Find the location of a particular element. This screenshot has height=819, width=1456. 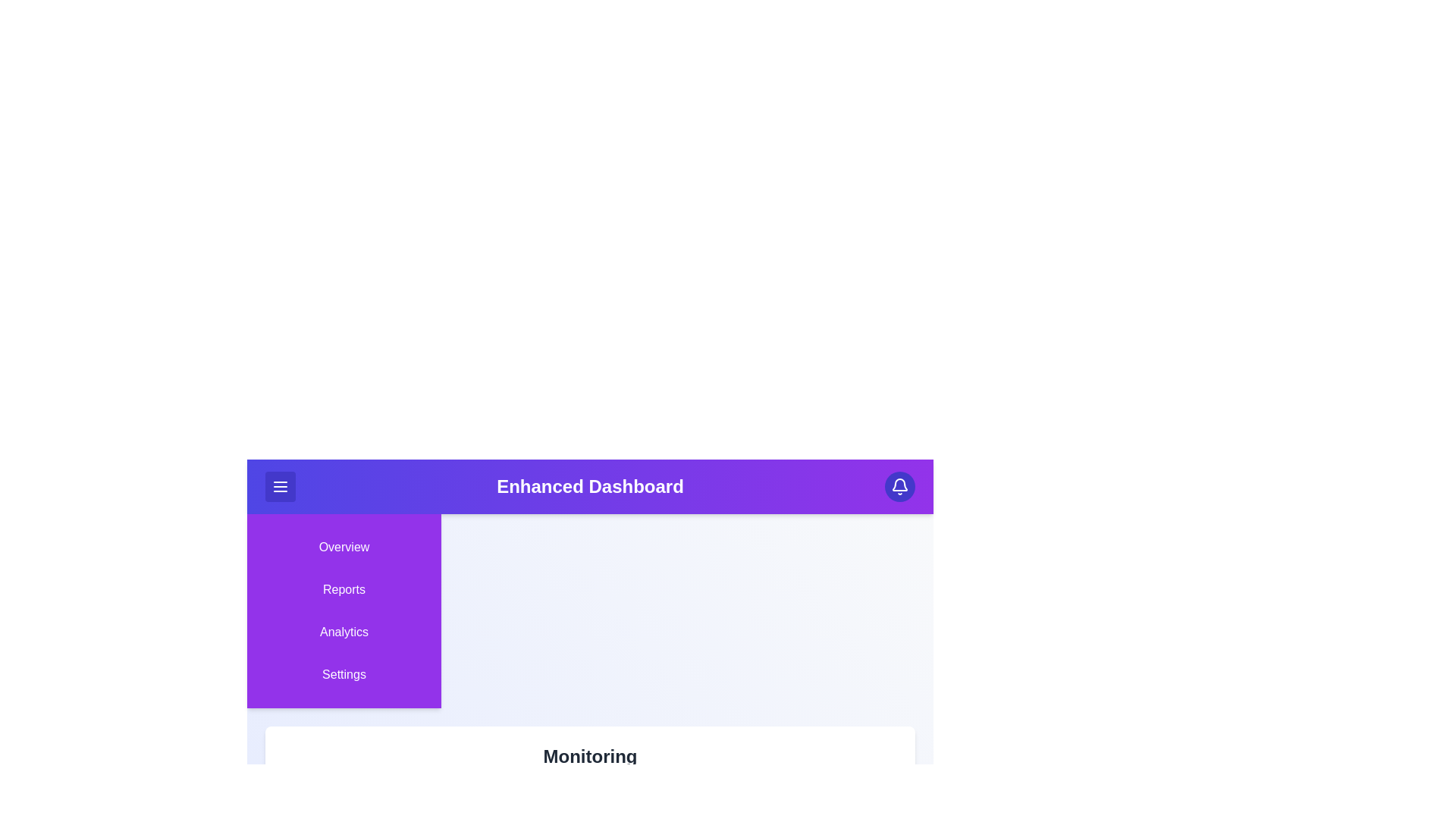

the sidebar menu item Analytics to navigate to its section is located at coordinates (344, 632).